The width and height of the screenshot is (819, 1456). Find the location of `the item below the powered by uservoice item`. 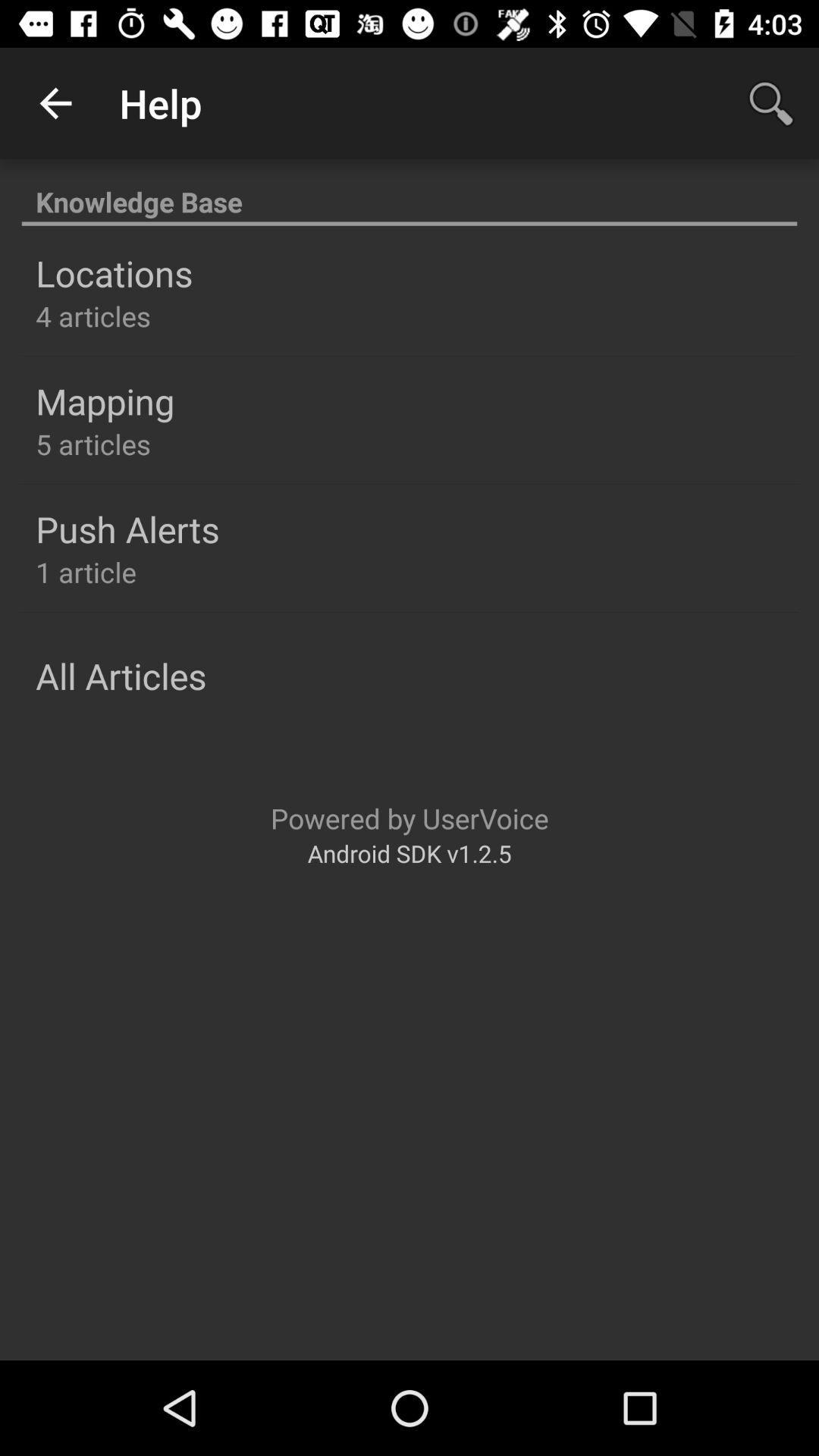

the item below the powered by uservoice item is located at coordinates (409, 853).